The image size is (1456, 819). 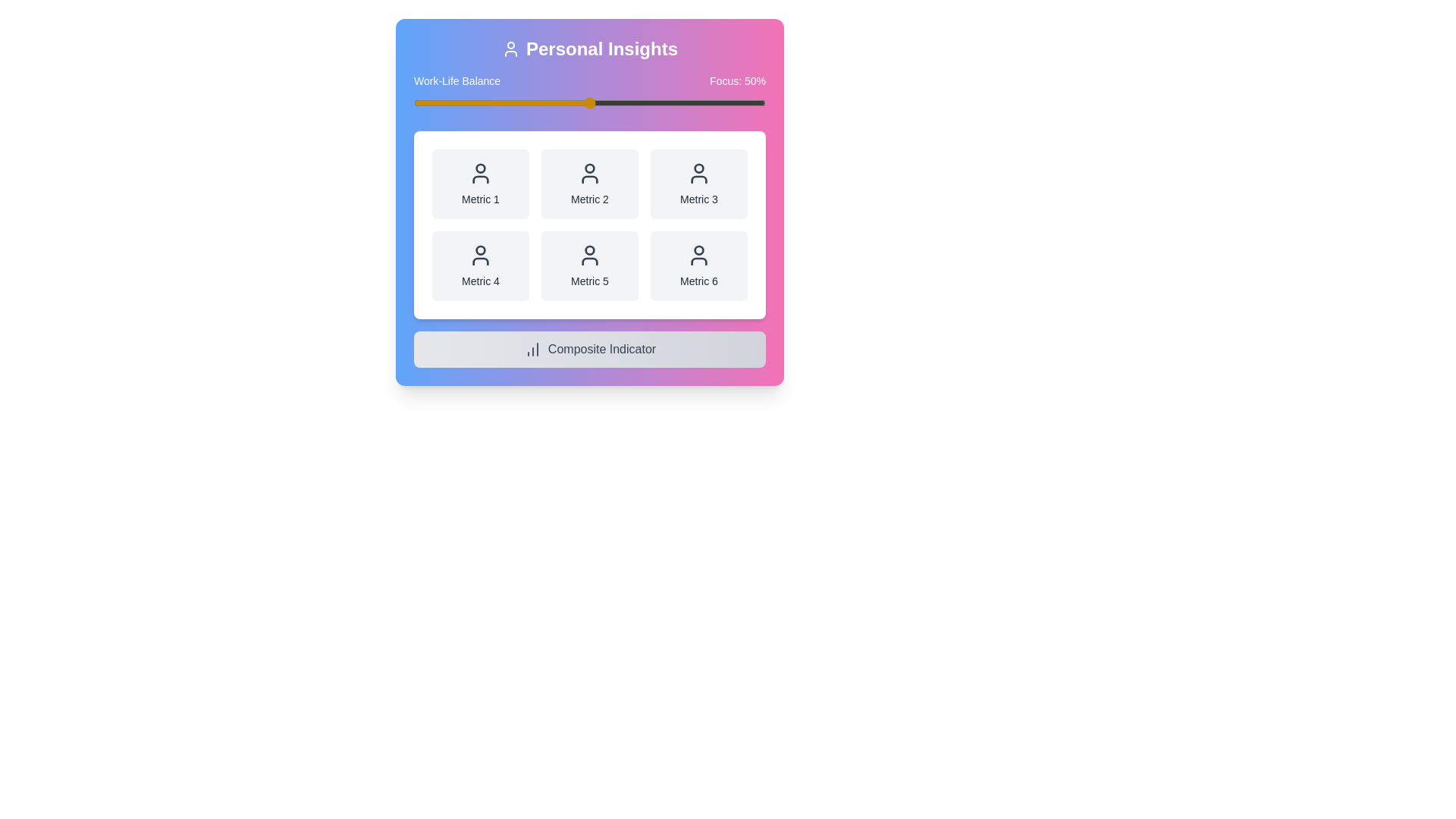 What do you see at coordinates (427, 102) in the screenshot?
I see `the slider to set the focus percentage to 4` at bounding box center [427, 102].